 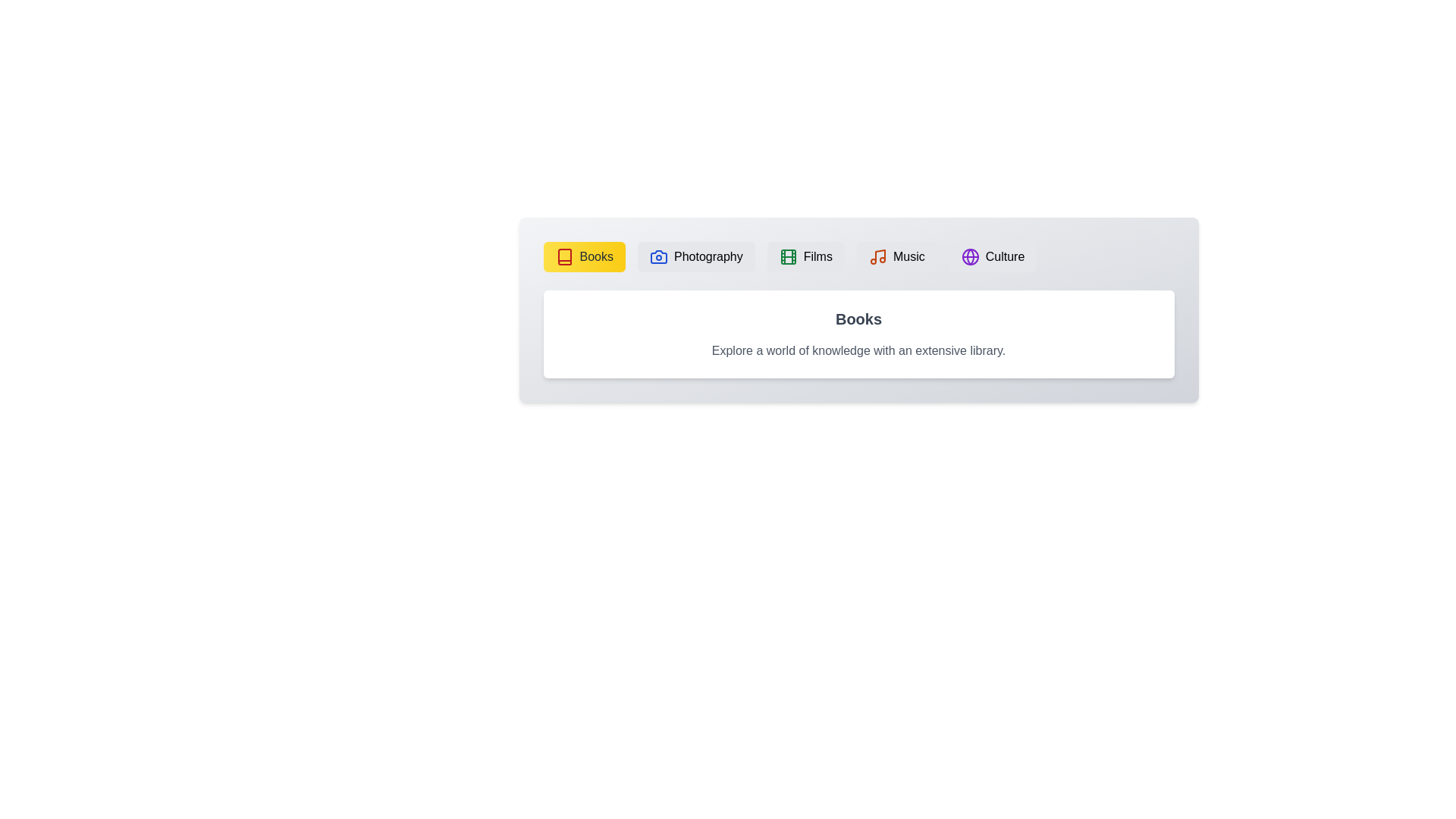 What do you see at coordinates (804, 256) in the screenshot?
I see `the tab titled Films to activate its content` at bounding box center [804, 256].